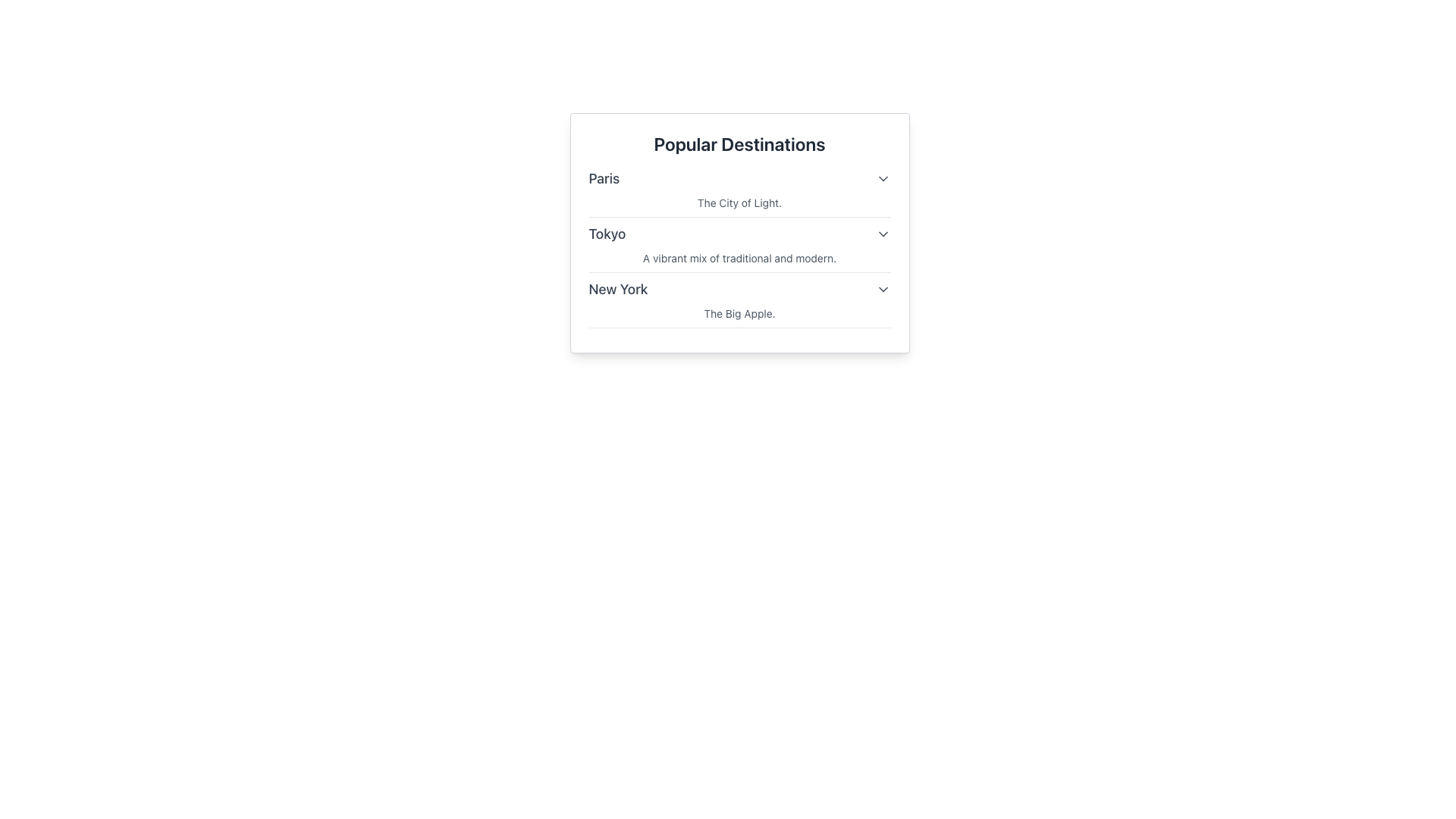 The height and width of the screenshot is (819, 1456). I want to click on the text display component that provides a brief descriptive phrase summarizing the characteristics of 'Tokyo', which is located directly beneath the main heading 'Tokyo' in the second section of the card, so click(739, 257).